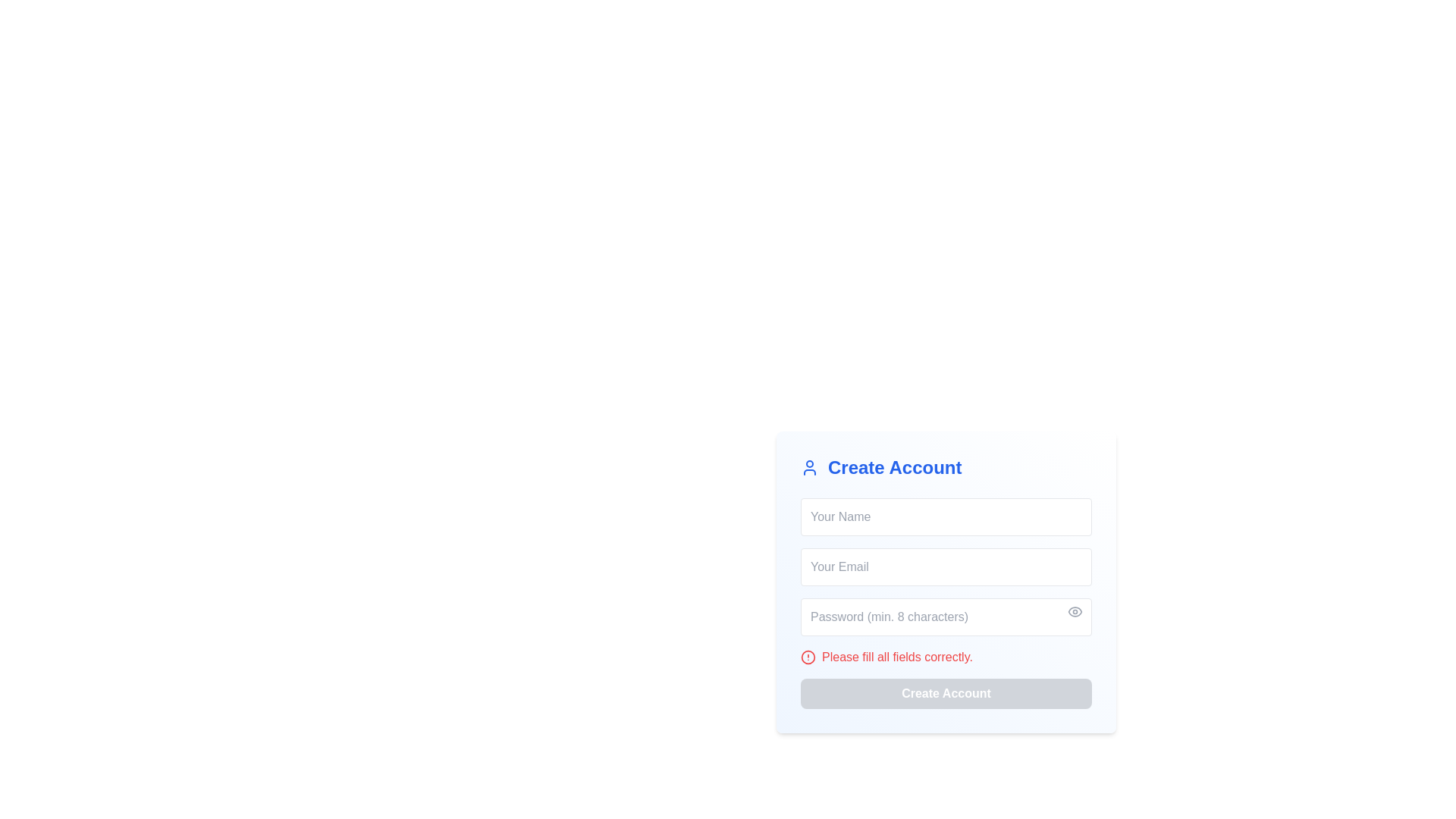  Describe the element at coordinates (946, 567) in the screenshot. I see `the email input field labeled 'Your Email'` at that location.